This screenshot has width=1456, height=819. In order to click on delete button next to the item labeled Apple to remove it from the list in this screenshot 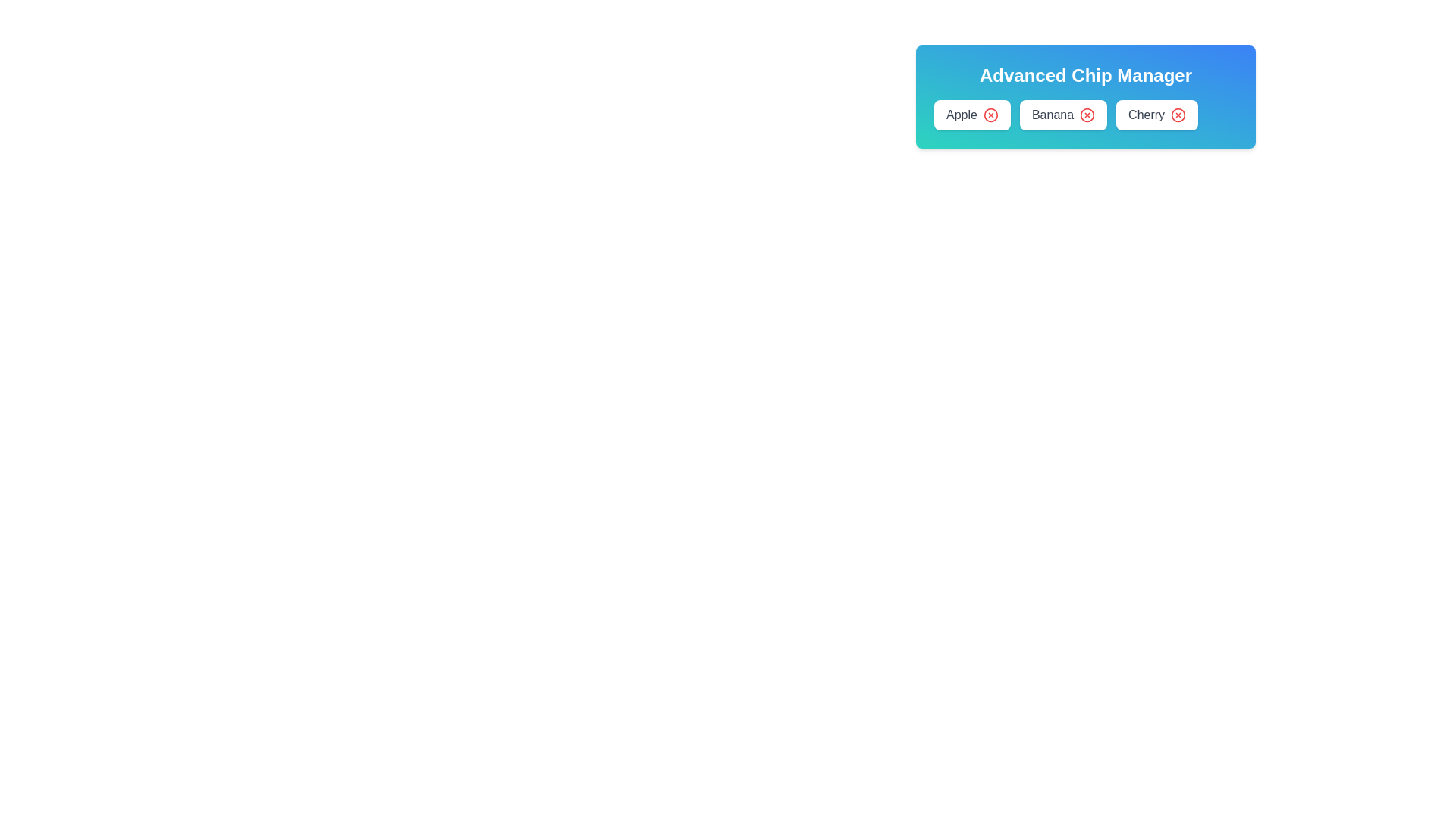, I will do `click(990, 114)`.